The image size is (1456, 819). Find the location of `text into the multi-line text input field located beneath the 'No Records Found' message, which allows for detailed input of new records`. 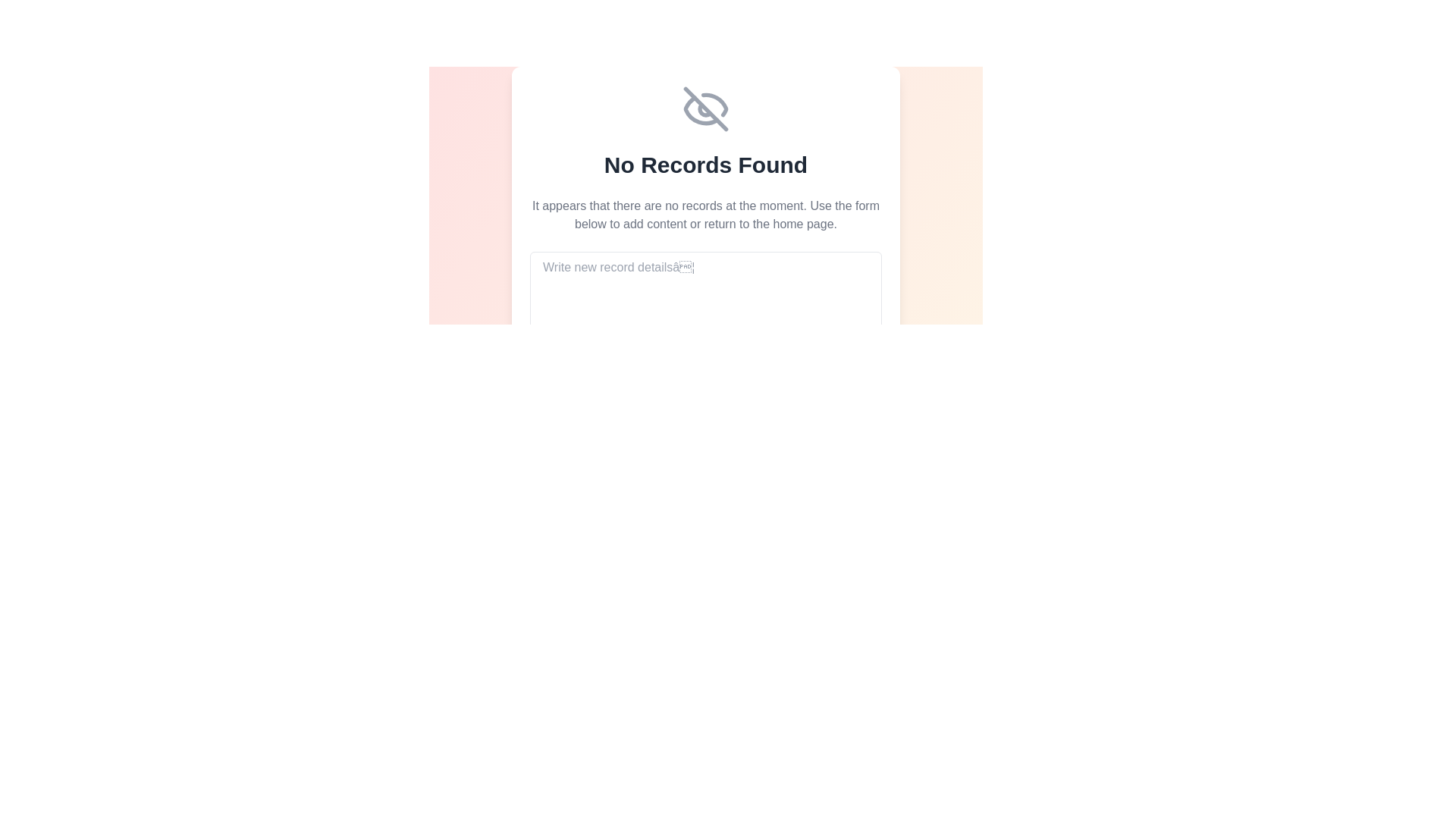

text into the multi-line text input field located beneath the 'No Records Found' message, which allows for detailed input of new records is located at coordinates (705, 300).